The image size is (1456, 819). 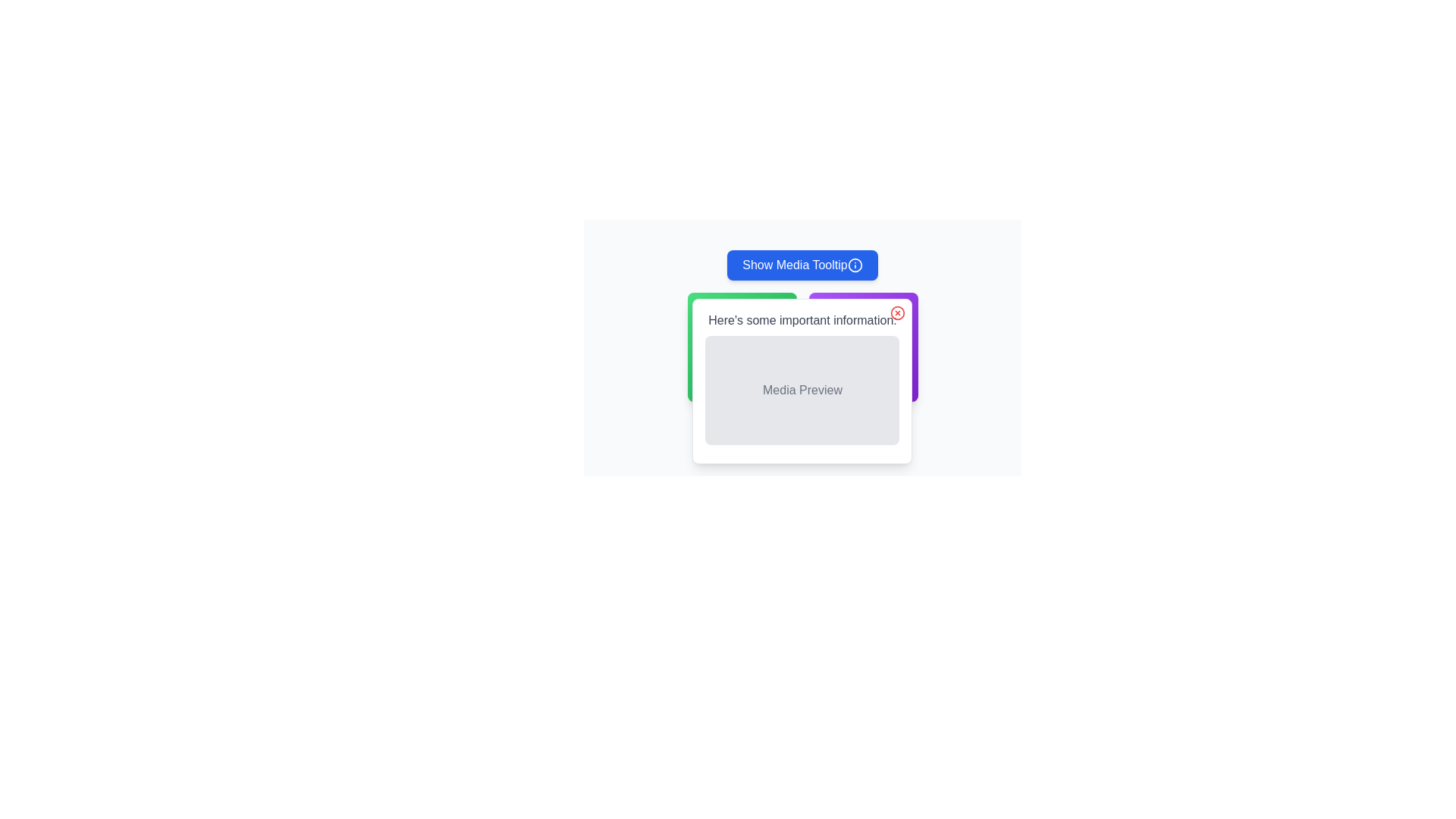 What do you see at coordinates (802, 390) in the screenshot?
I see `the gray rectangular block with rounded corners containing the text 'Media Preview', which is located centrally within the modal card layout below the text 'Here's some important information'` at bounding box center [802, 390].